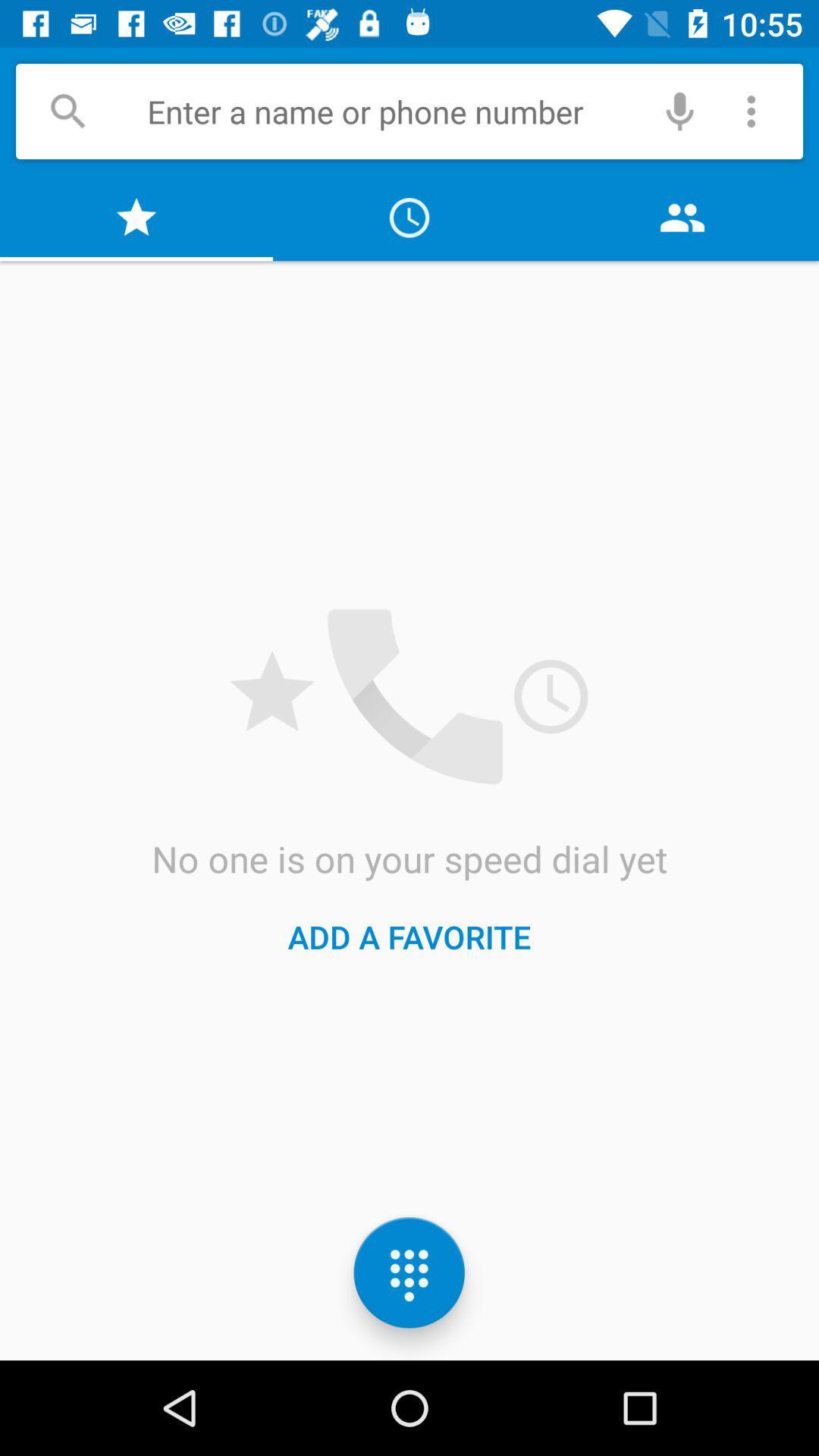 This screenshot has width=819, height=1456. What do you see at coordinates (409, 1272) in the screenshot?
I see `the dialpad icon` at bounding box center [409, 1272].